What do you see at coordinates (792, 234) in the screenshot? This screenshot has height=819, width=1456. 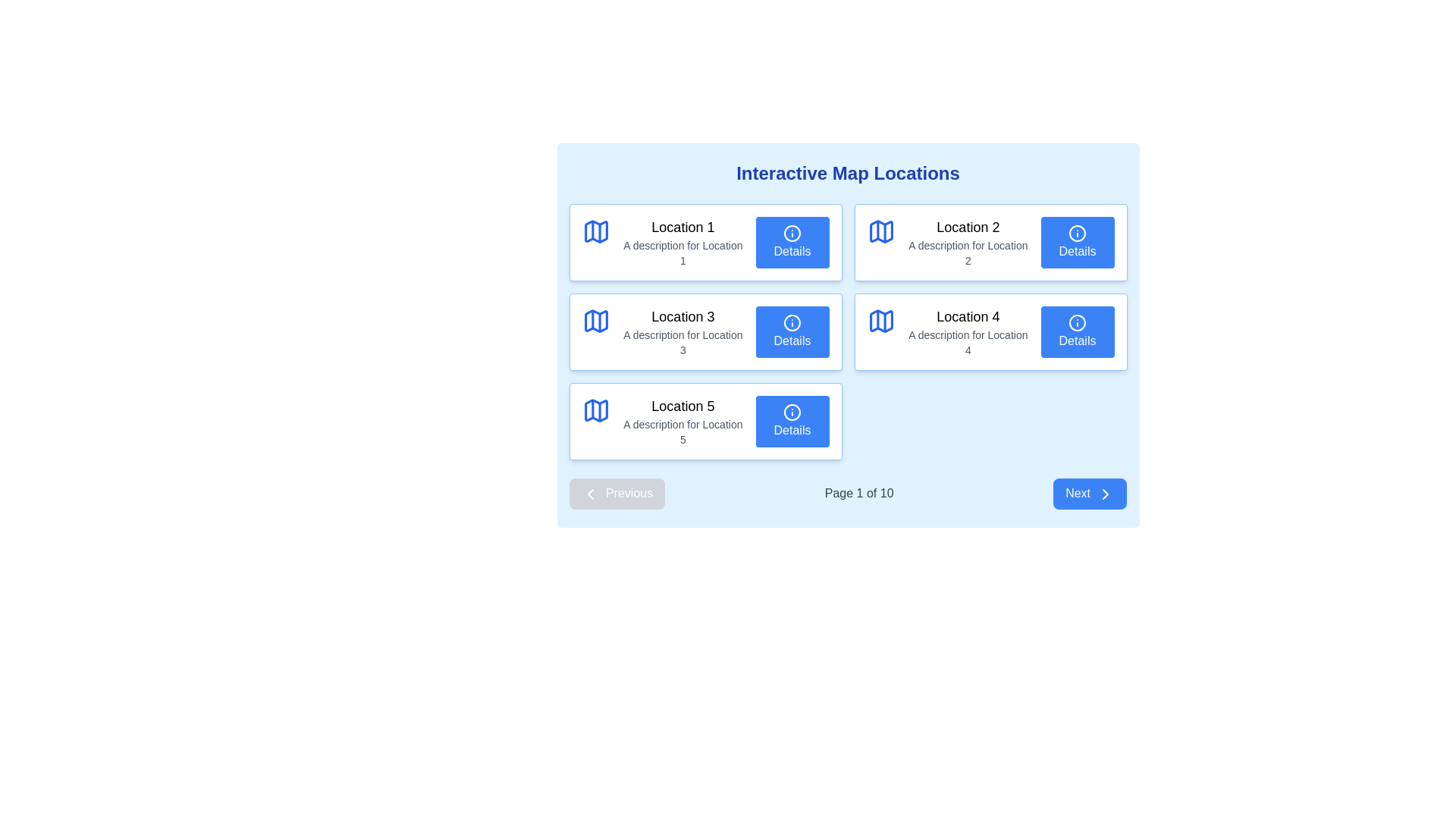 I see `the icon that visually indicates the availability of additional information for the 'Details' button located in the 'Location 1' section` at bounding box center [792, 234].